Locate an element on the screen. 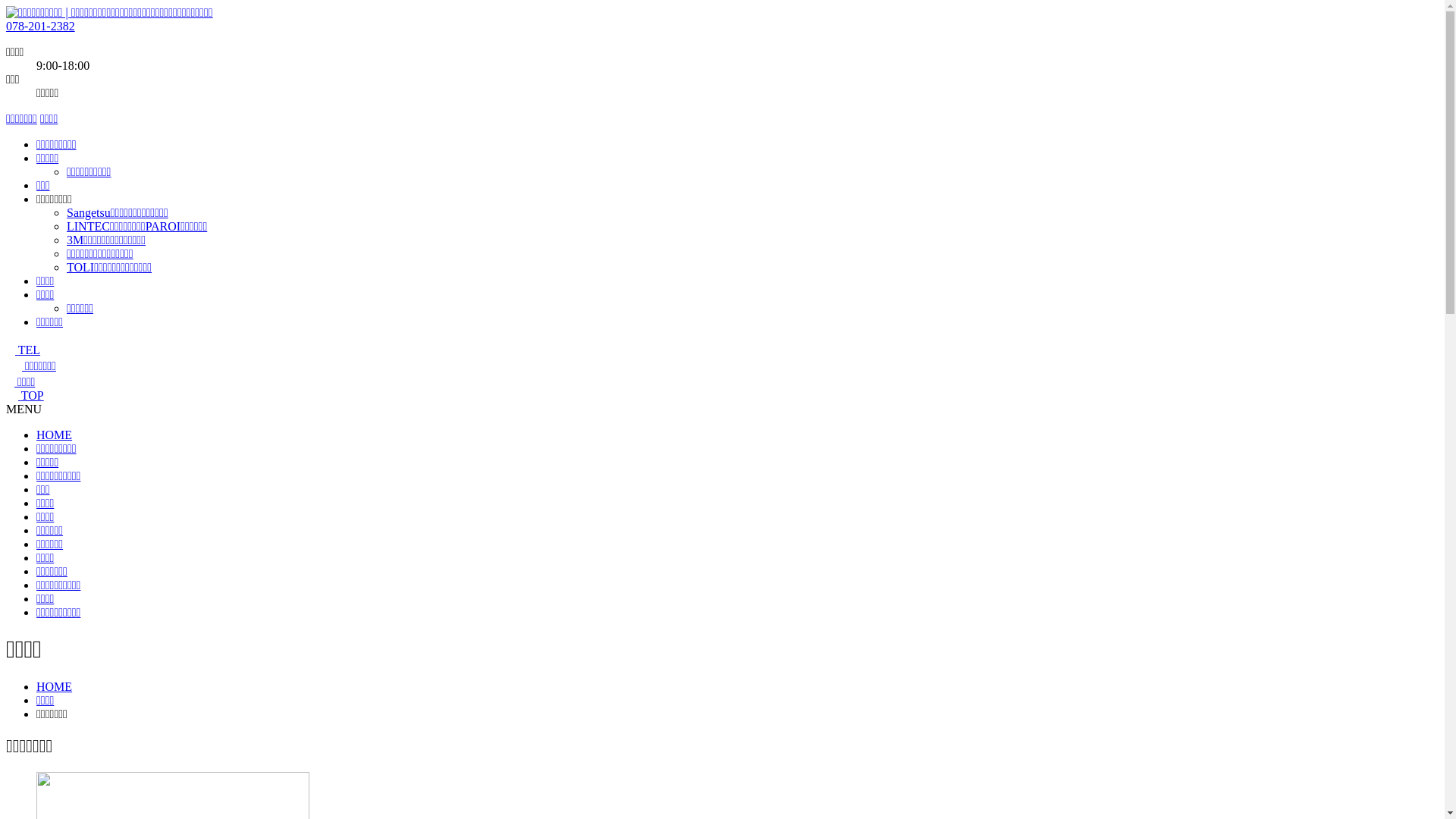  'TEL' is located at coordinates (23, 350).